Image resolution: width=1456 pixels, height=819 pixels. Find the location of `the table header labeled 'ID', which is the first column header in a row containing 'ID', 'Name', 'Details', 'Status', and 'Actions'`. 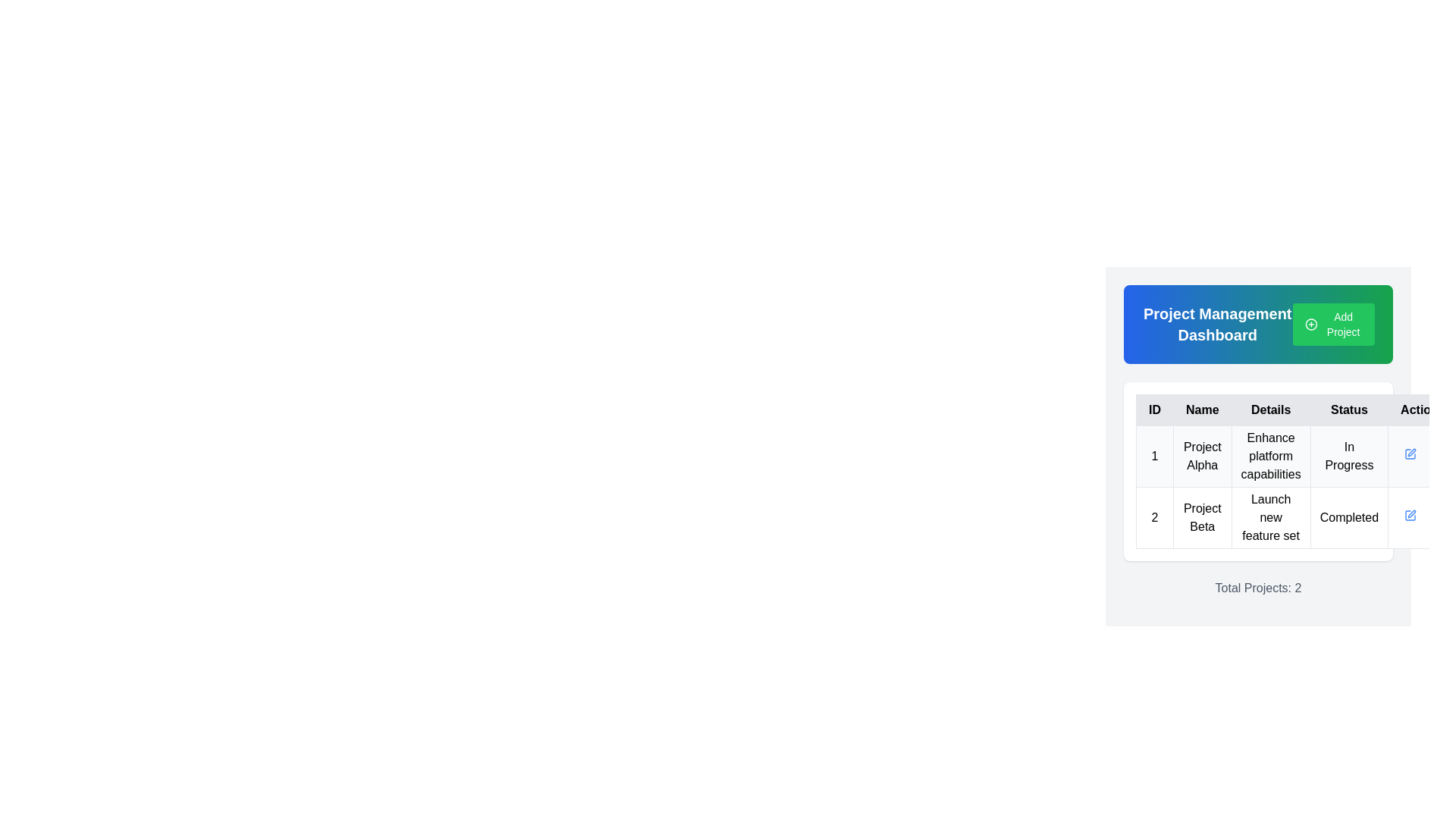

the table header labeled 'ID', which is the first column header in a row containing 'ID', 'Name', 'Details', 'Status', and 'Actions' is located at coordinates (1153, 409).